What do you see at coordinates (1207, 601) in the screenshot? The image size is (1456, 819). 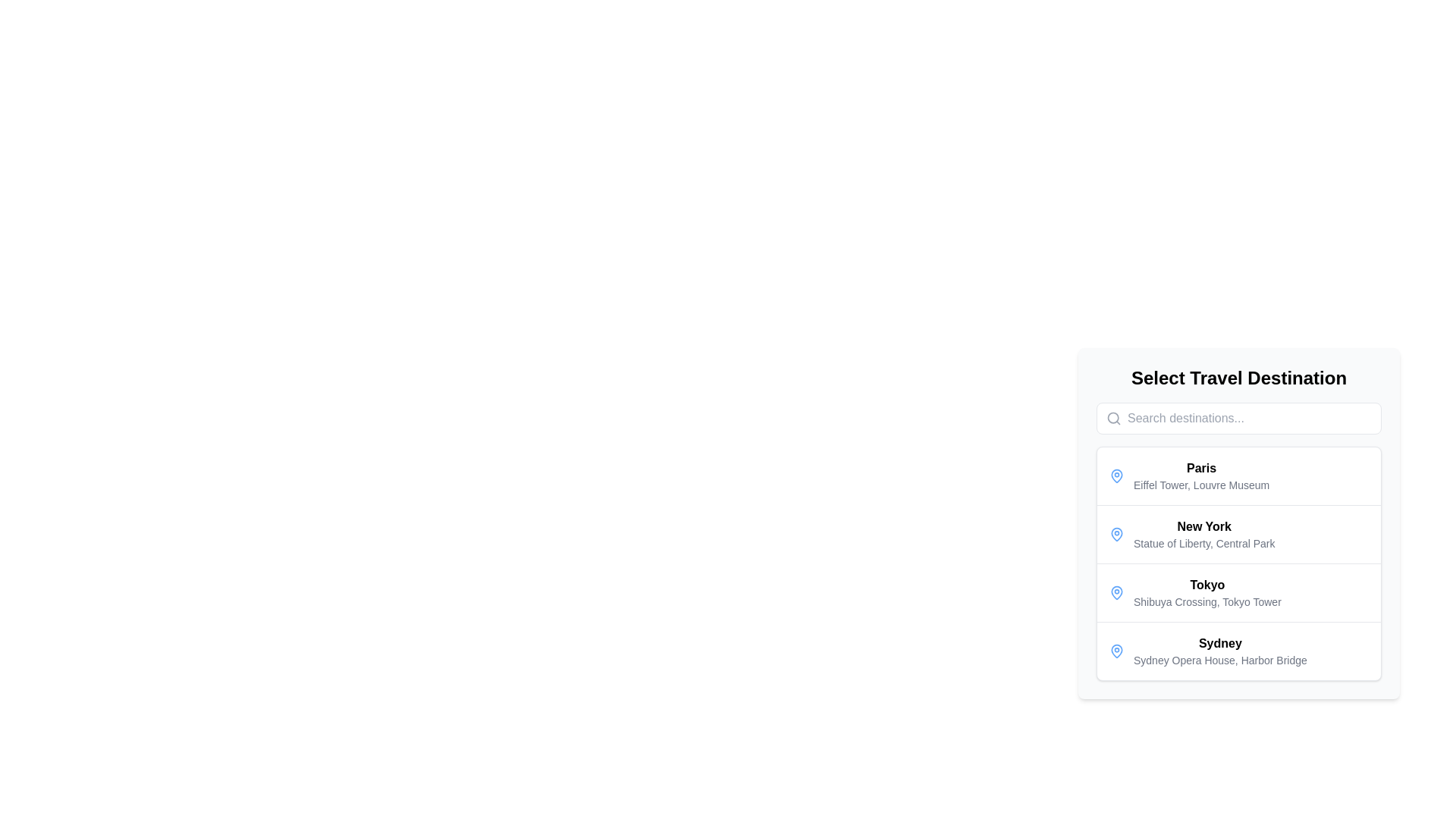 I see `additional descriptive information about the travel destination 'Tokyo', which is located directly beneath the bolded text 'Tokyo' in the third item of the vertical list of travel destinations` at bounding box center [1207, 601].